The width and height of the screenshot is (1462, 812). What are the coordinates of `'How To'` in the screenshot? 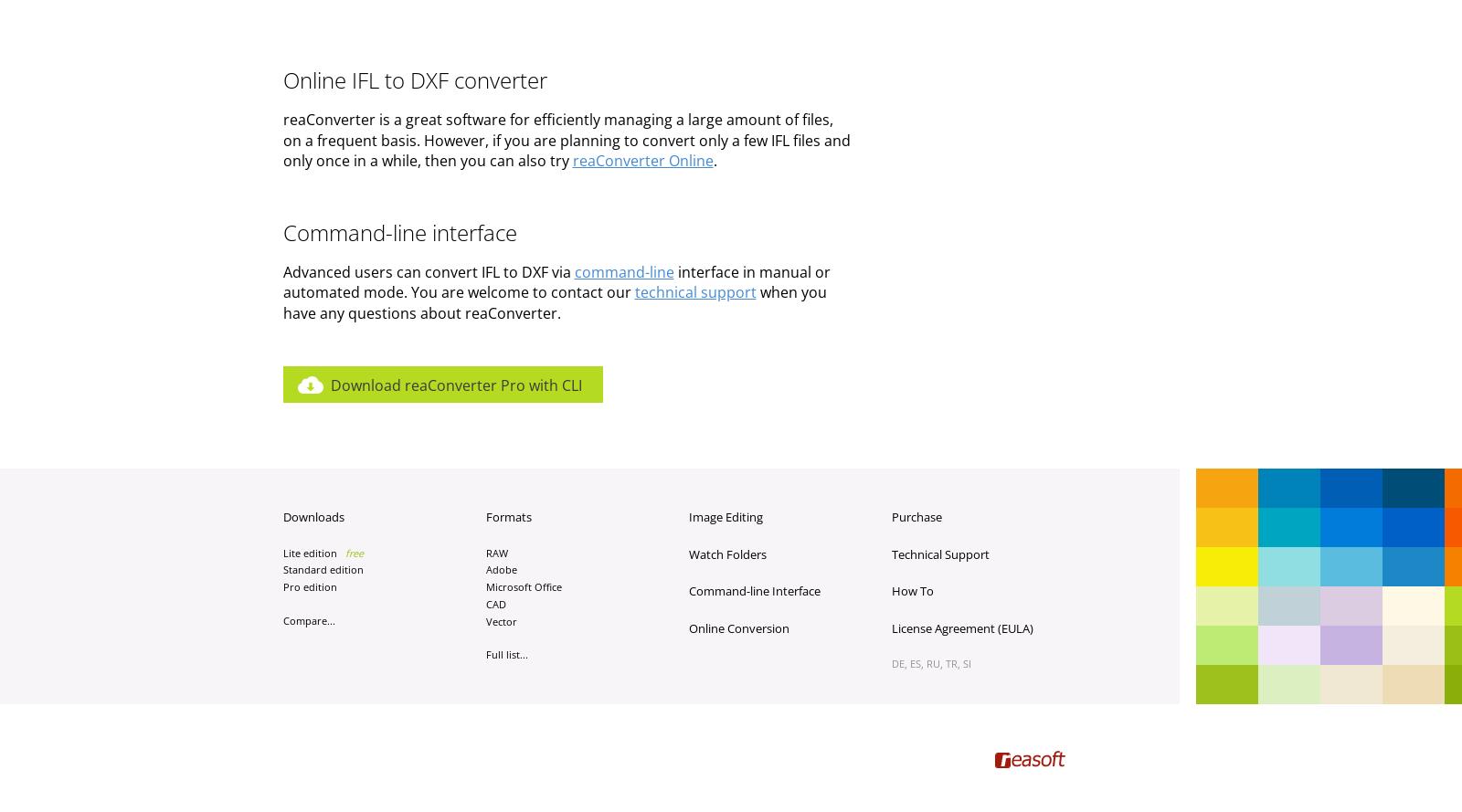 It's located at (911, 591).